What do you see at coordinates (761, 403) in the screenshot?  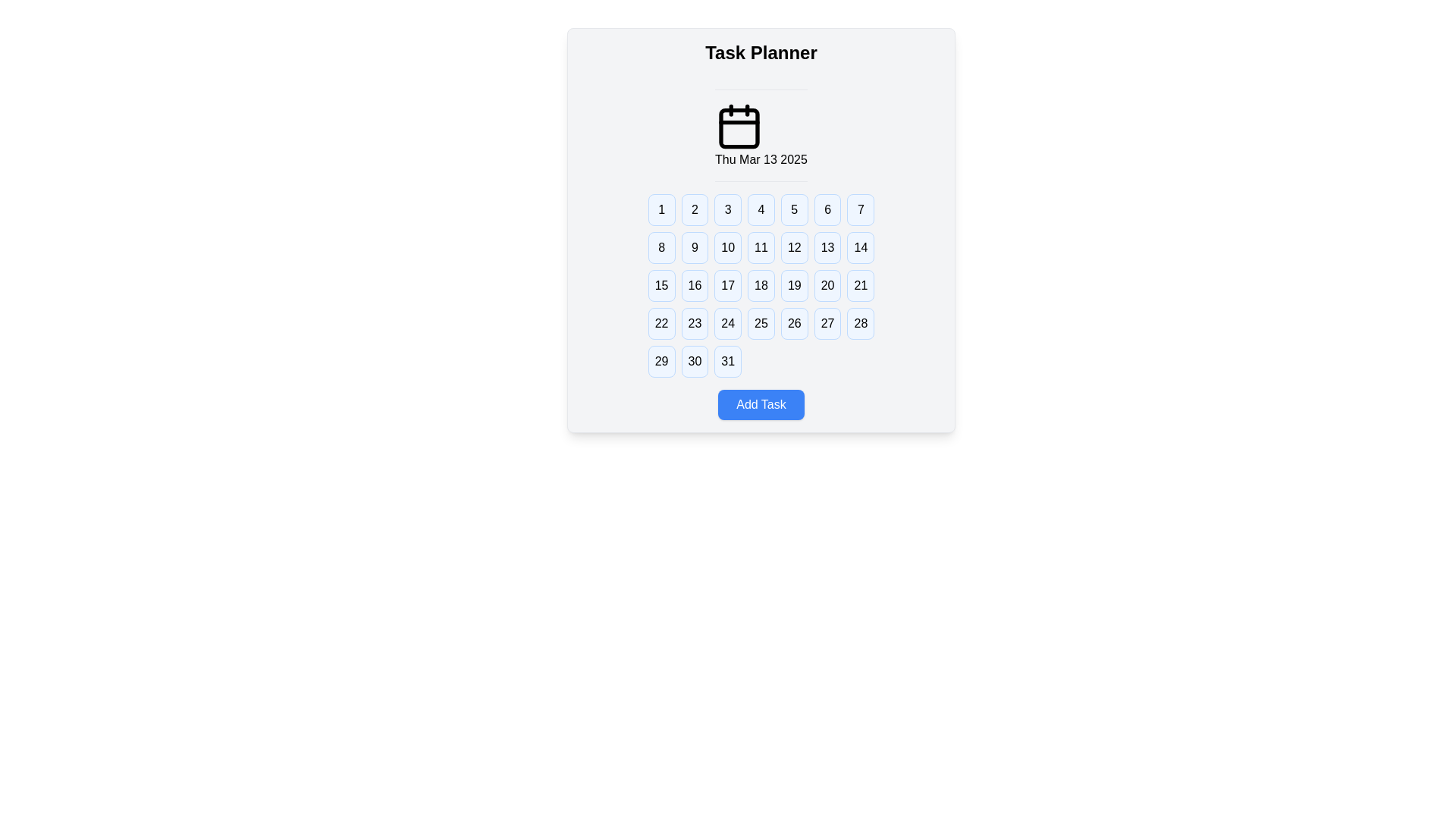 I see `the task addition button located centrally near the bottom of the main calendar interface` at bounding box center [761, 403].